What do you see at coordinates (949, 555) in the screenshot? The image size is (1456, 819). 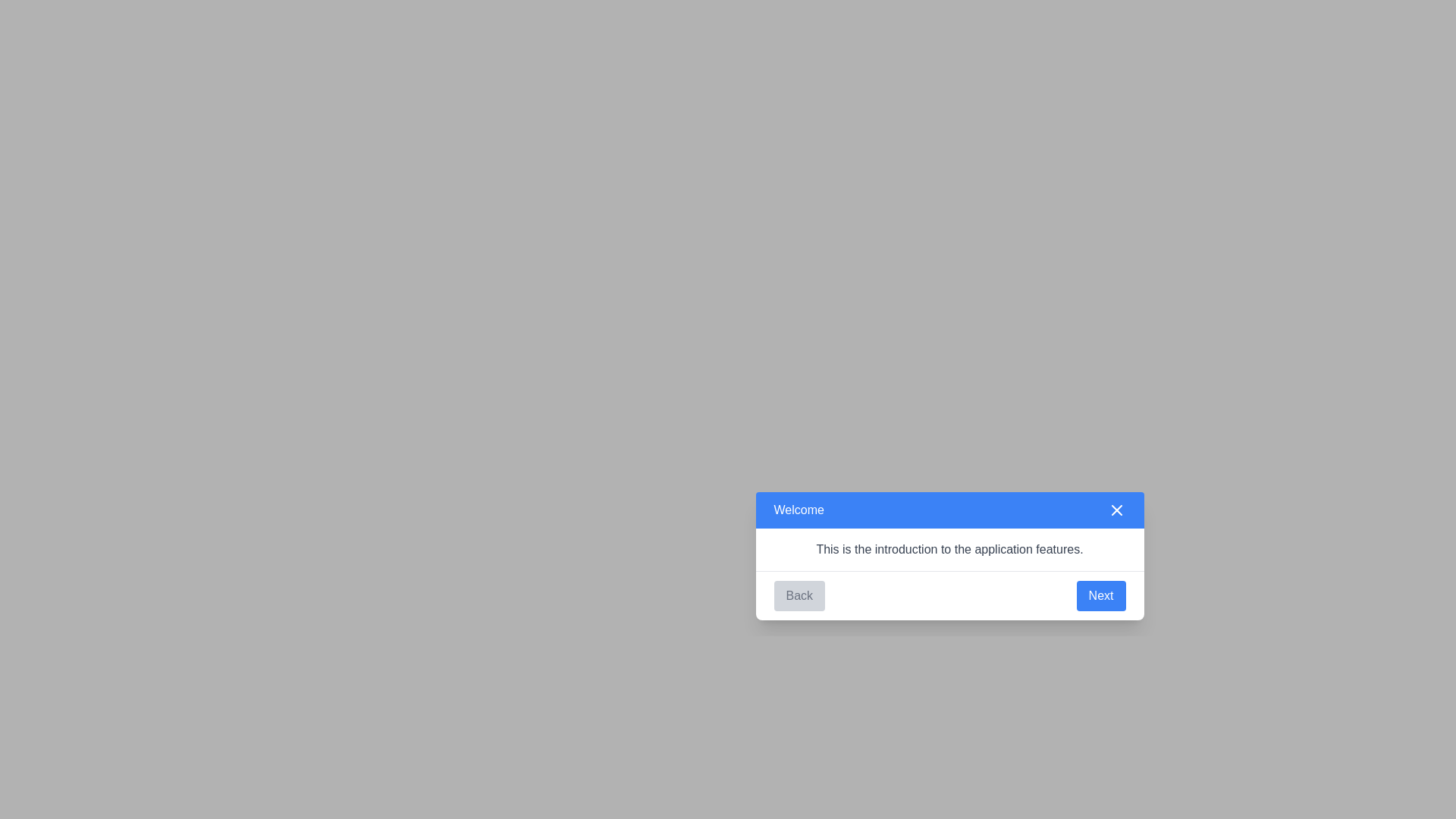 I see `content displayed within the modal dialog that has a blue header saying 'Welcome' and a body text describing application features` at bounding box center [949, 555].